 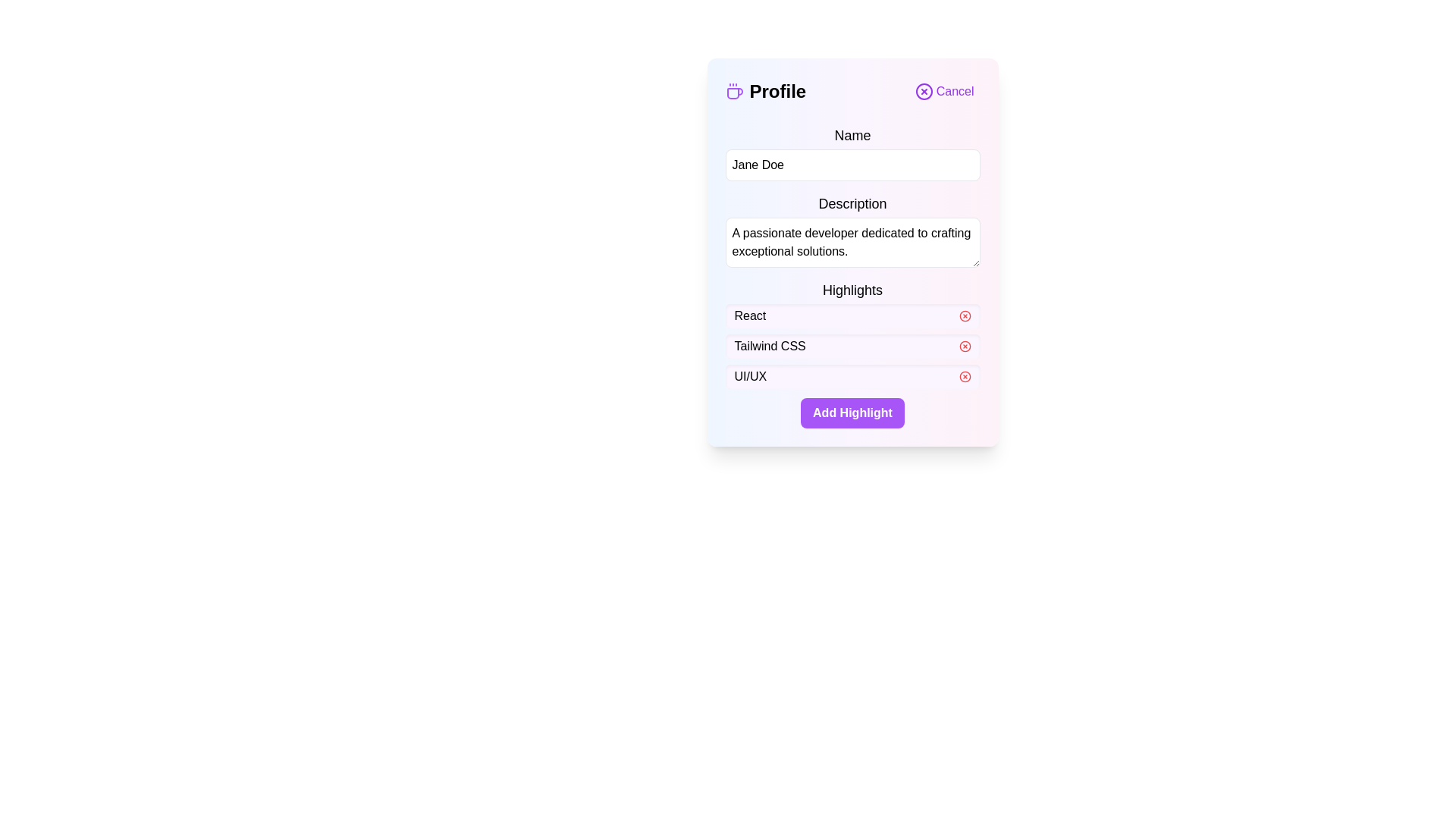 What do you see at coordinates (852, 290) in the screenshot?
I see `text from the Text Label located above the list of tags such as 'React', 'Tailwind CSS', and 'UI/UX', and below the 'Description' text area field` at bounding box center [852, 290].